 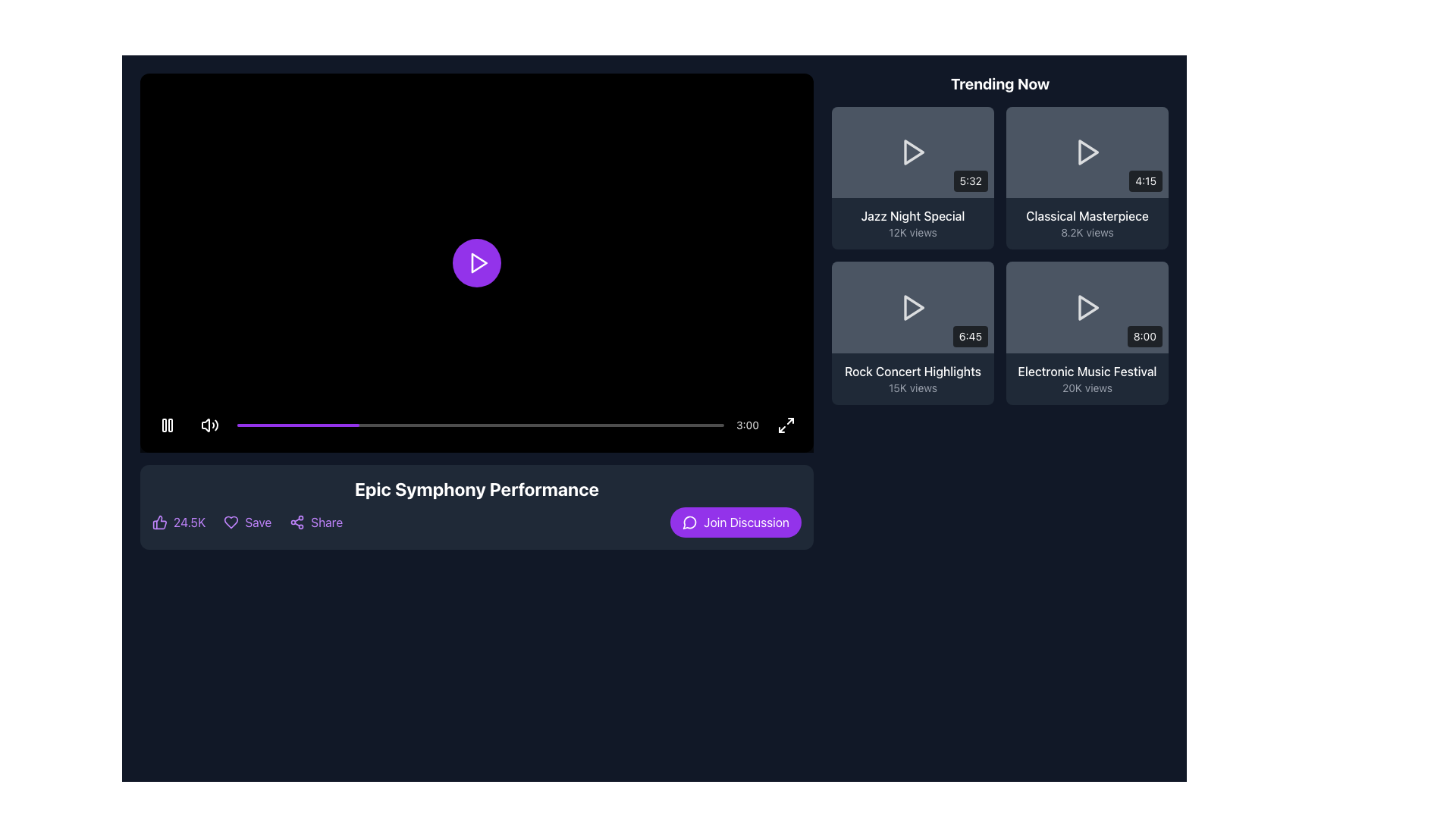 What do you see at coordinates (314, 425) in the screenshot?
I see `the video playback progress` at bounding box center [314, 425].